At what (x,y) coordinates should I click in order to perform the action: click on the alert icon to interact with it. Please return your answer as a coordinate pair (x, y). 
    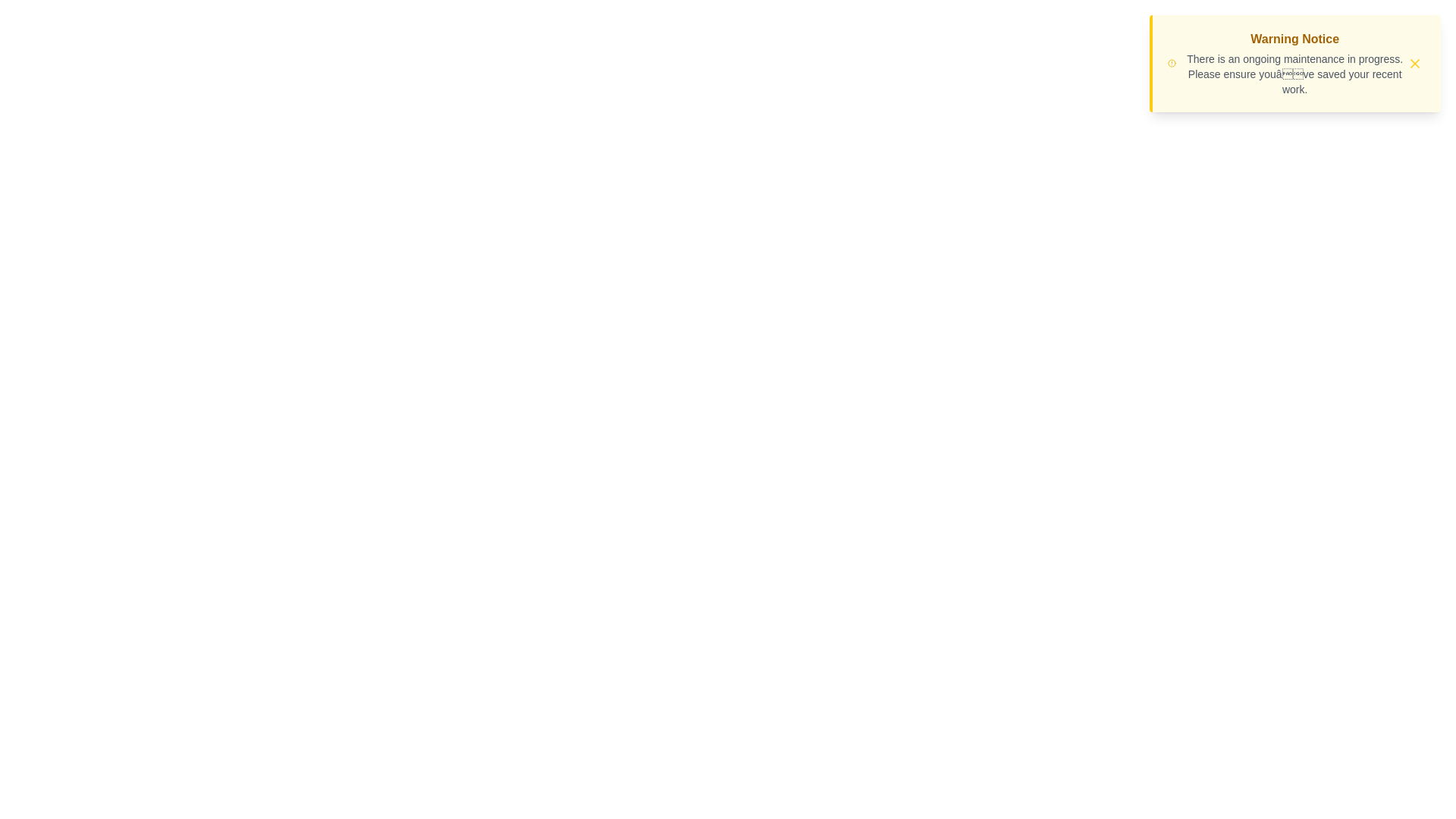
    Looking at the image, I should click on (1171, 63).